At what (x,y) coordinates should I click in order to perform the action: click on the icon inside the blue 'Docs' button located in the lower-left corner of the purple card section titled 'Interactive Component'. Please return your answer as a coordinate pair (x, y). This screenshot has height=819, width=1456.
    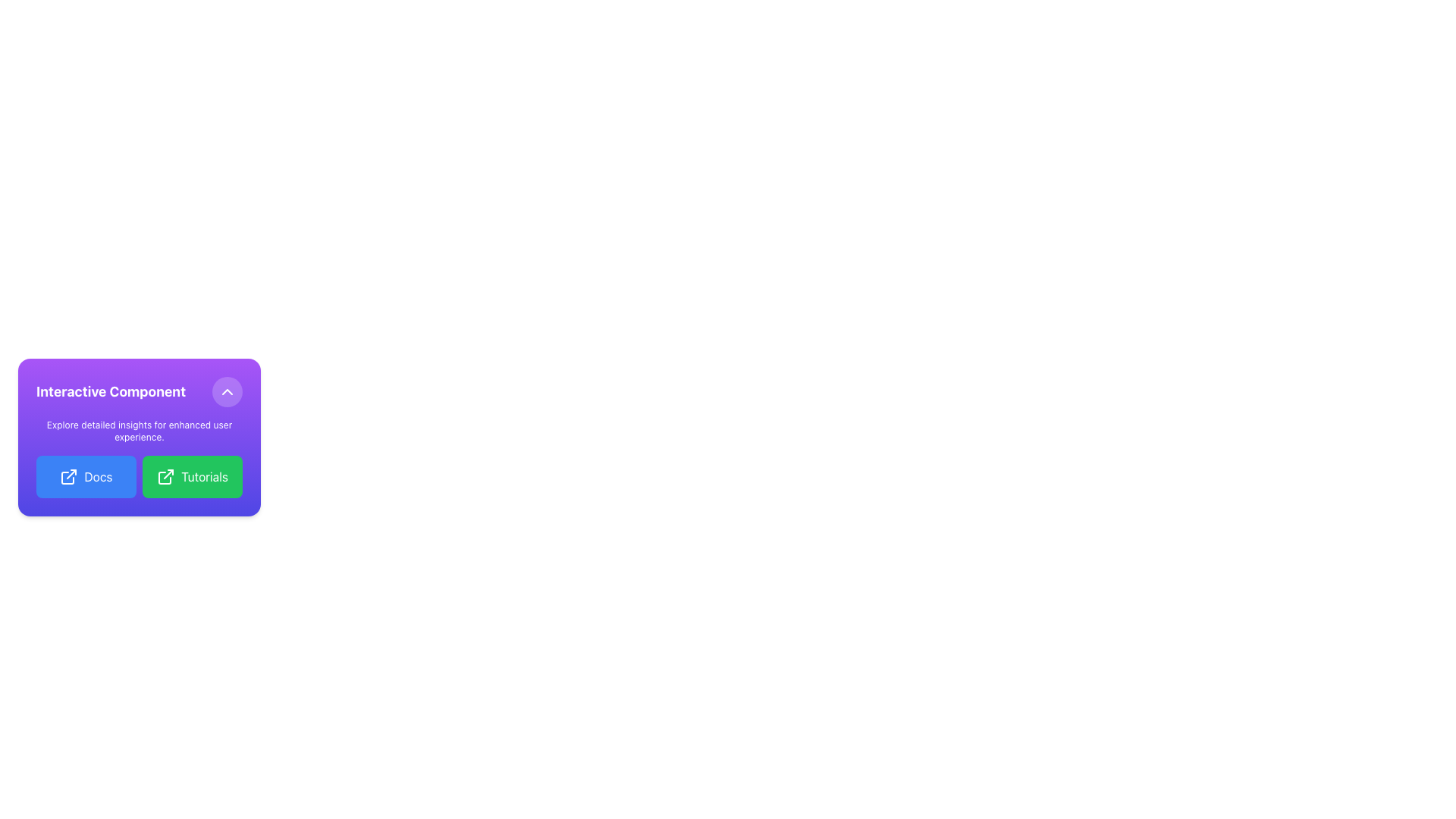
    Looking at the image, I should click on (68, 475).